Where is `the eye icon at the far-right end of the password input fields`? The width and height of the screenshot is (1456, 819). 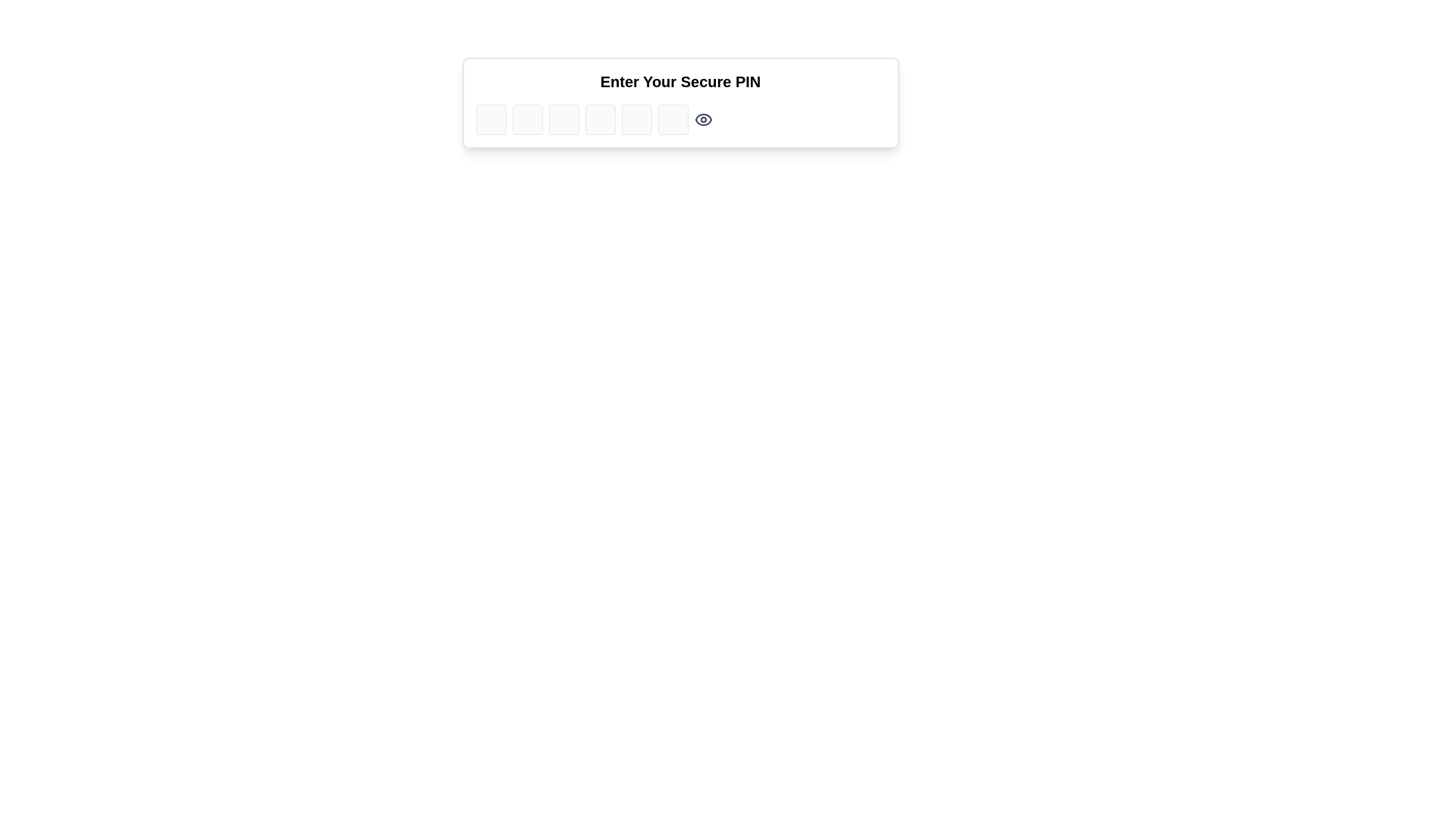
the eye icon at the far-right end of the password input fields is located at coordinates (702, 119).